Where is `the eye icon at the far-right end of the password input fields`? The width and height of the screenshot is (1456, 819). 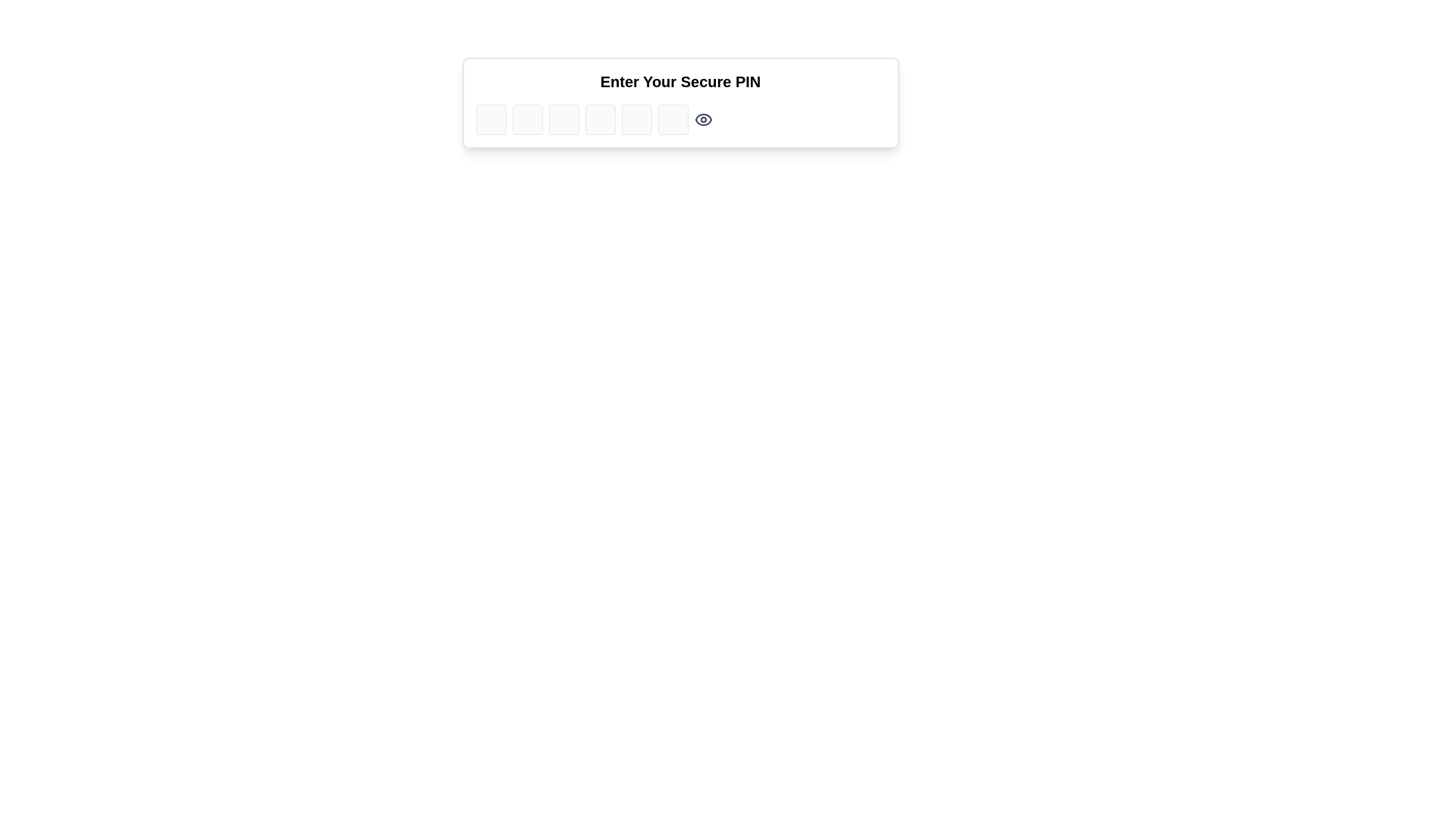
the eye icon at the far-right end of the password input fields is located at coordinates (702, 119).